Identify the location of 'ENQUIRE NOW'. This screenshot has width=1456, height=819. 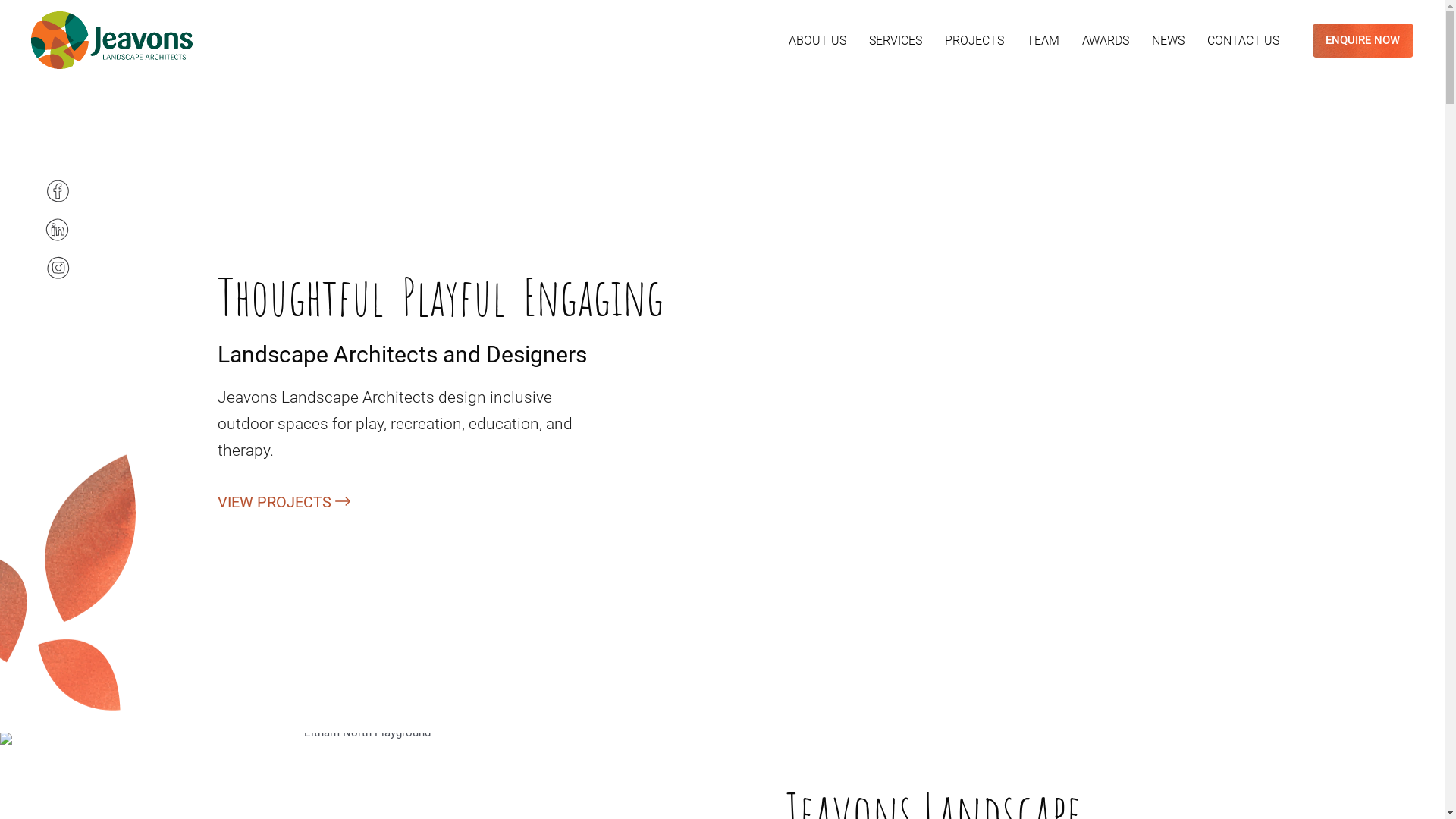
(1363, 39).